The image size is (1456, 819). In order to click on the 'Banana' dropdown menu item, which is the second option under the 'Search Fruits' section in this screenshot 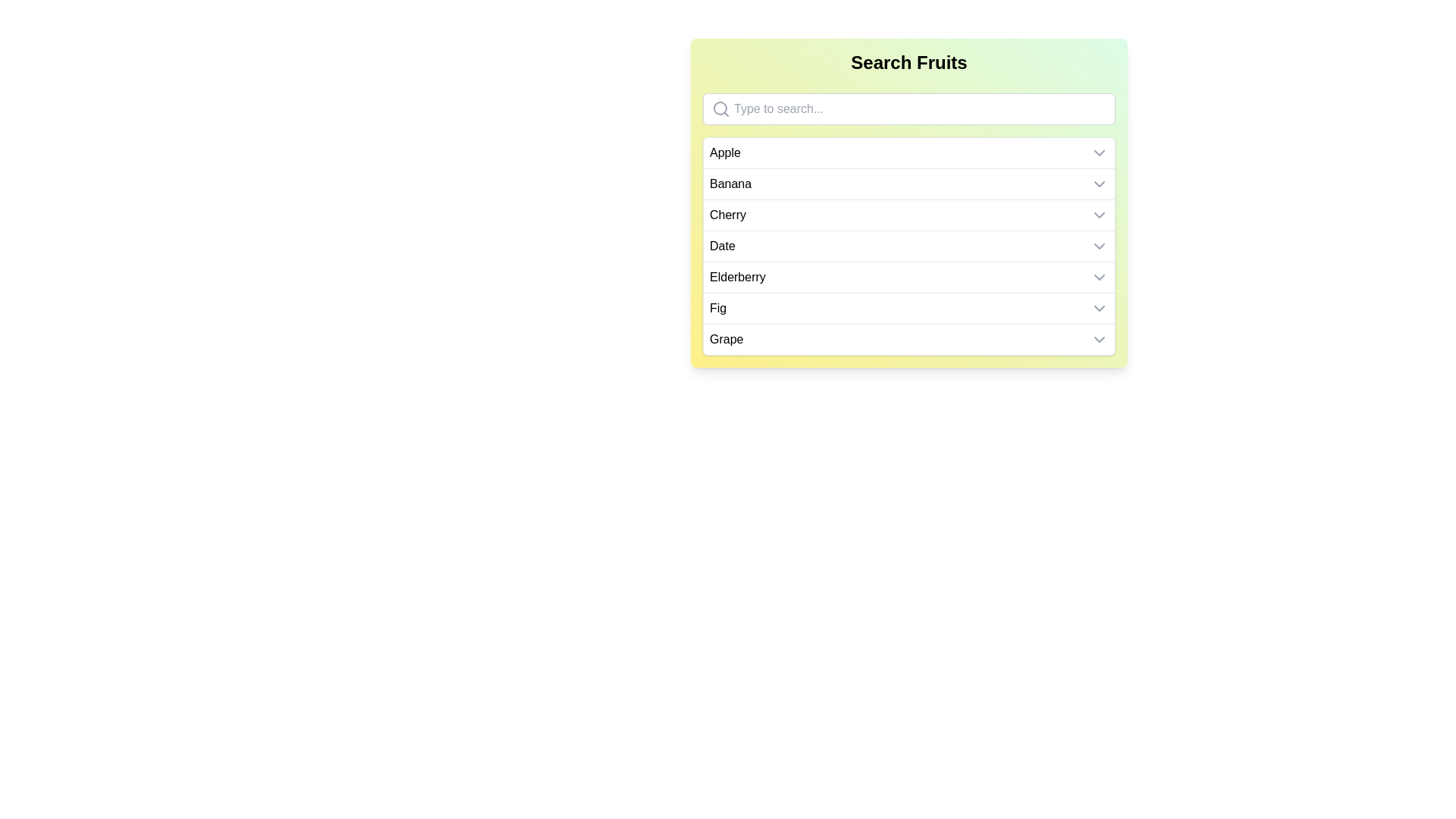, I will do `click(909, 184)`.